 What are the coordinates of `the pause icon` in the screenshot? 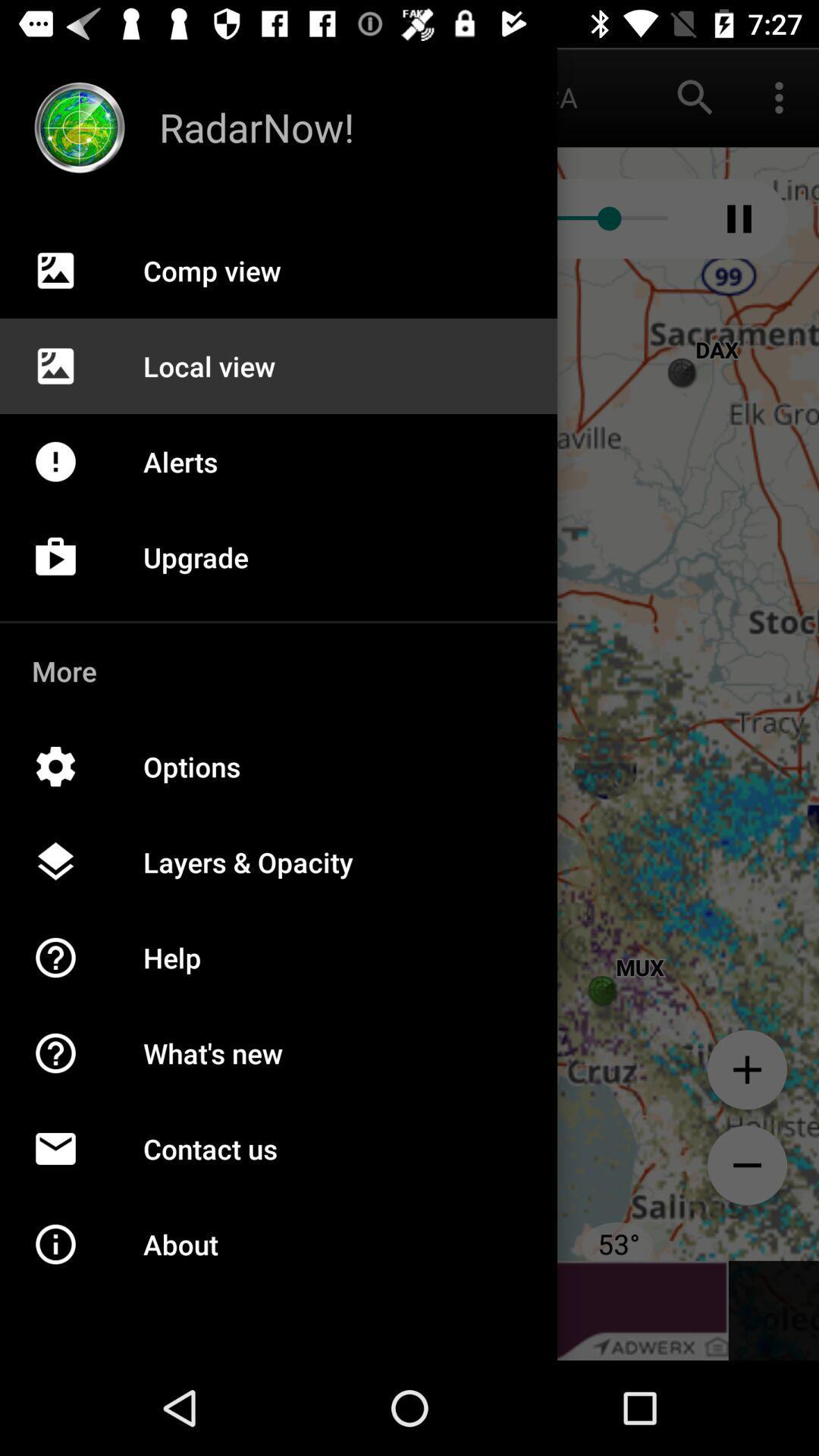 It's located at (739, 218).